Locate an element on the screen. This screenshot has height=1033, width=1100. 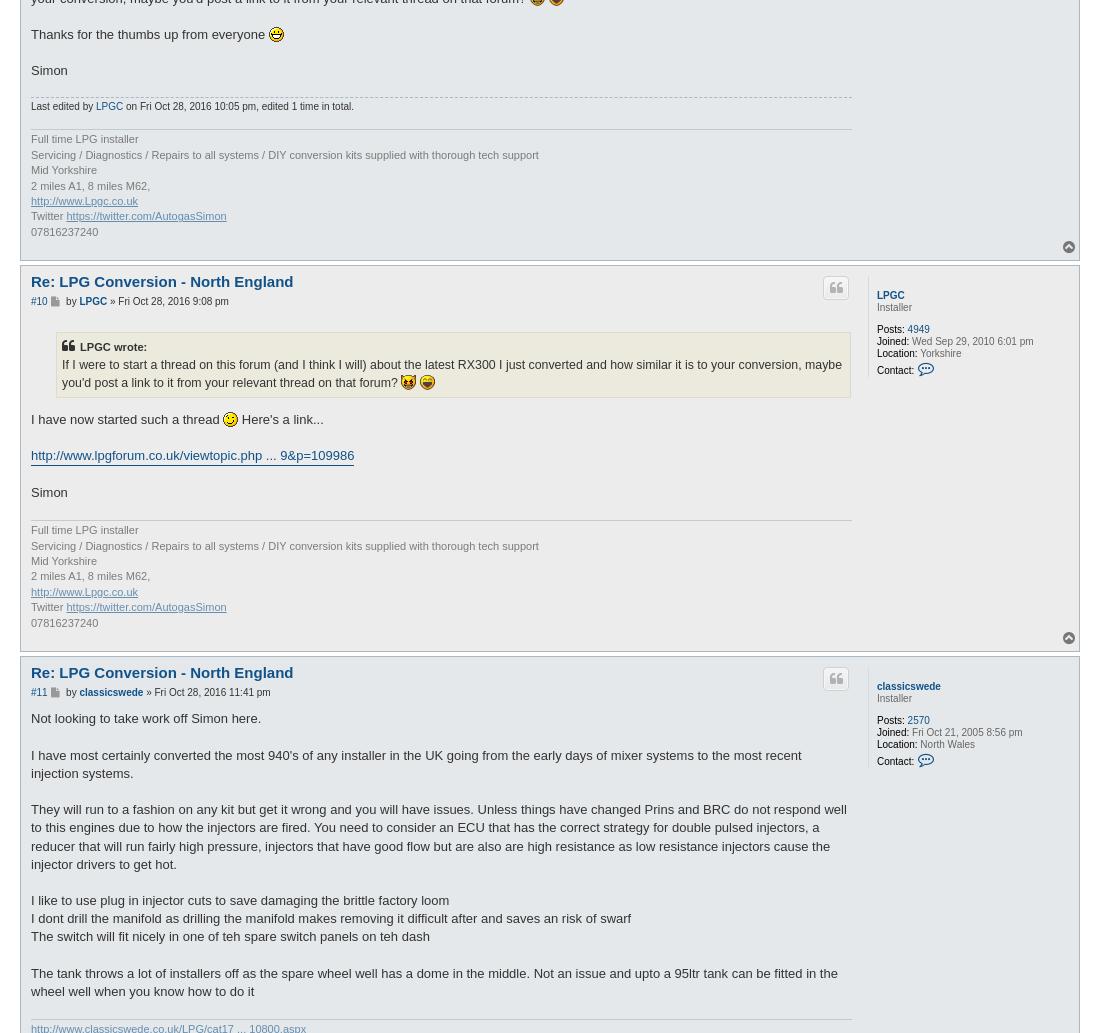
'The switch will fit nicely in one of teh spare switch panels on teh dash' is located at coordinates (30, 935).